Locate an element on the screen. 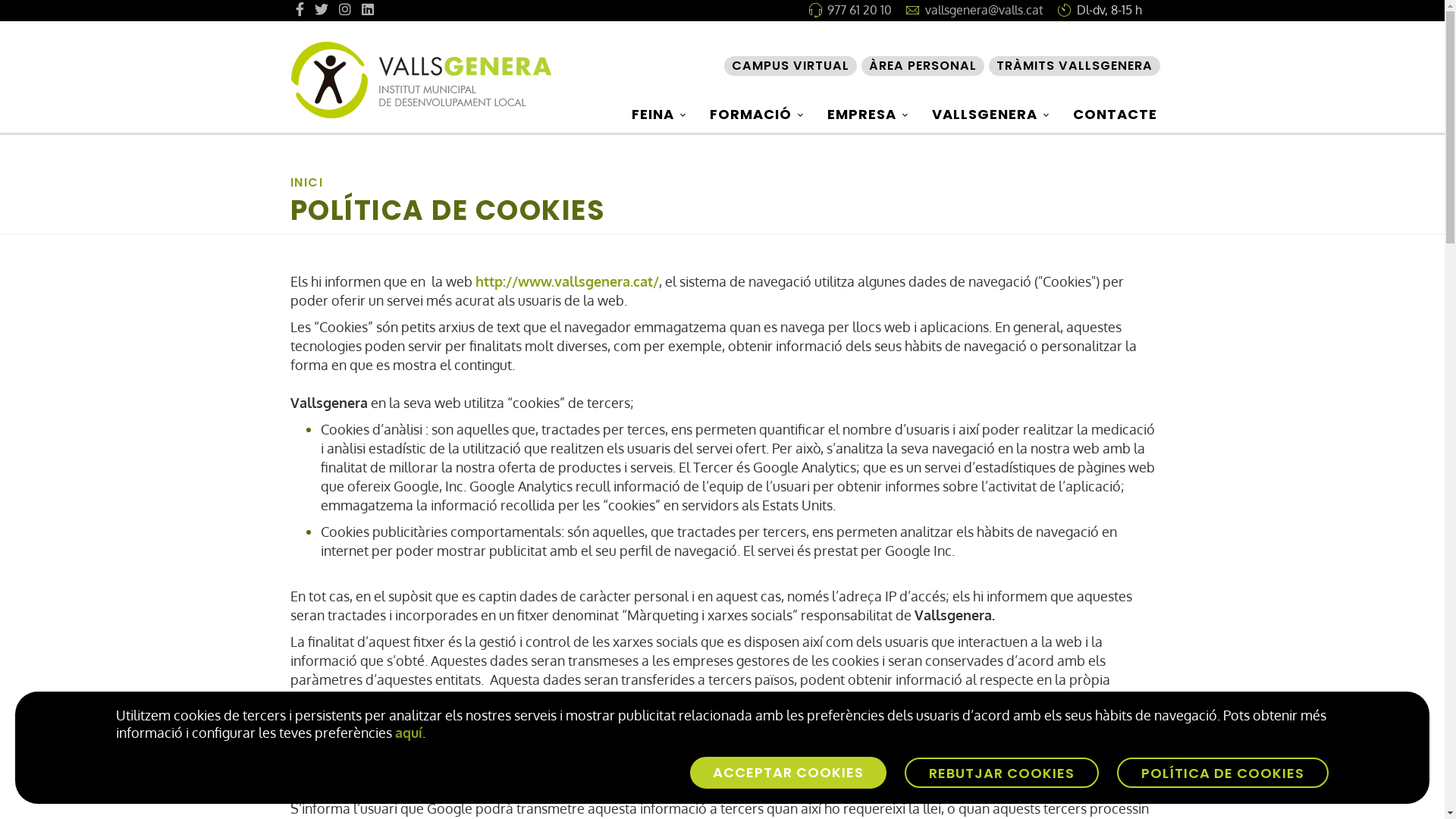  'VALLSGENERA' is located at coordinates (993, 113).